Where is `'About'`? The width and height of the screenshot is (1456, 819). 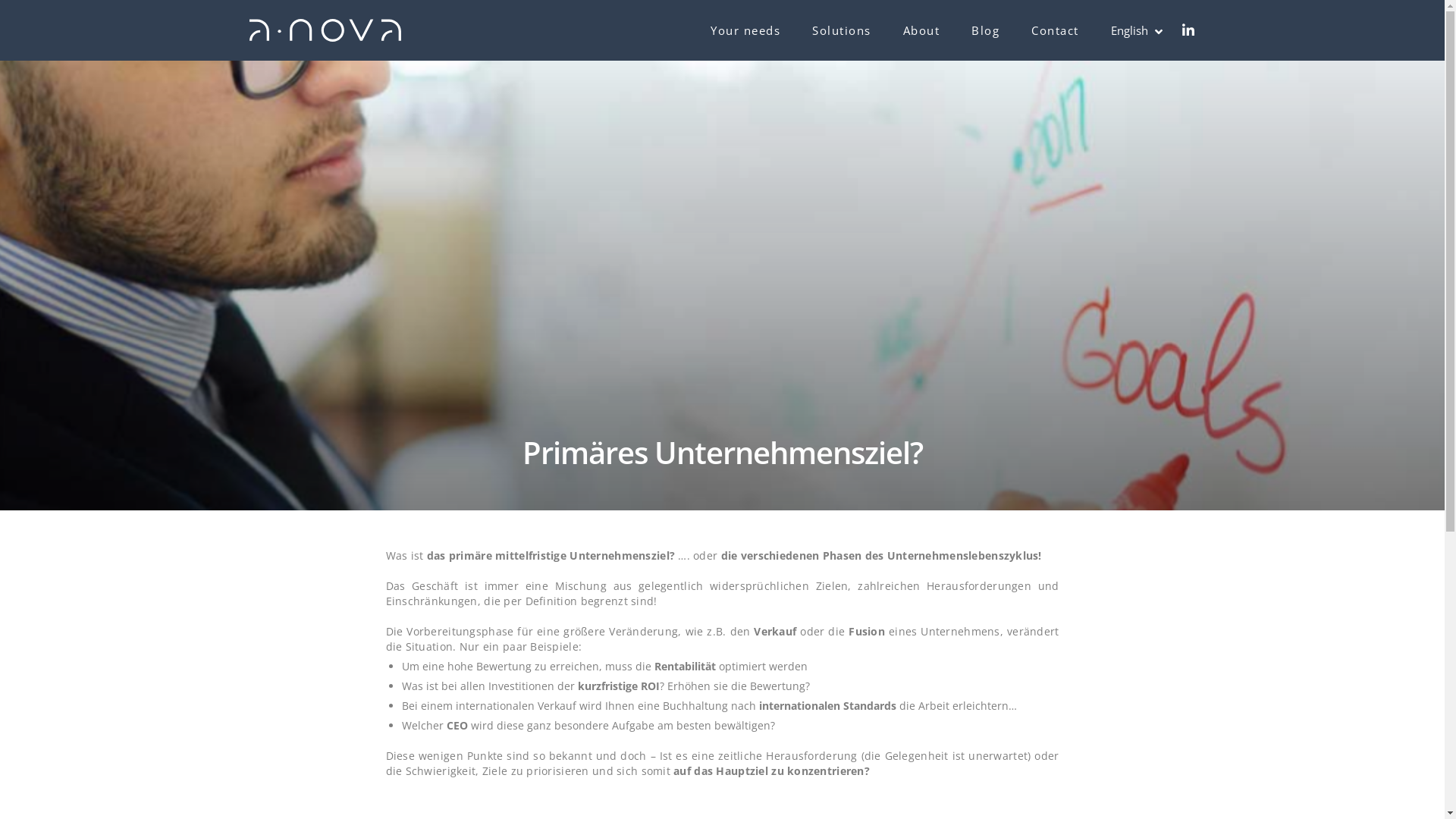
'About' is located at coordinates (921, 30).